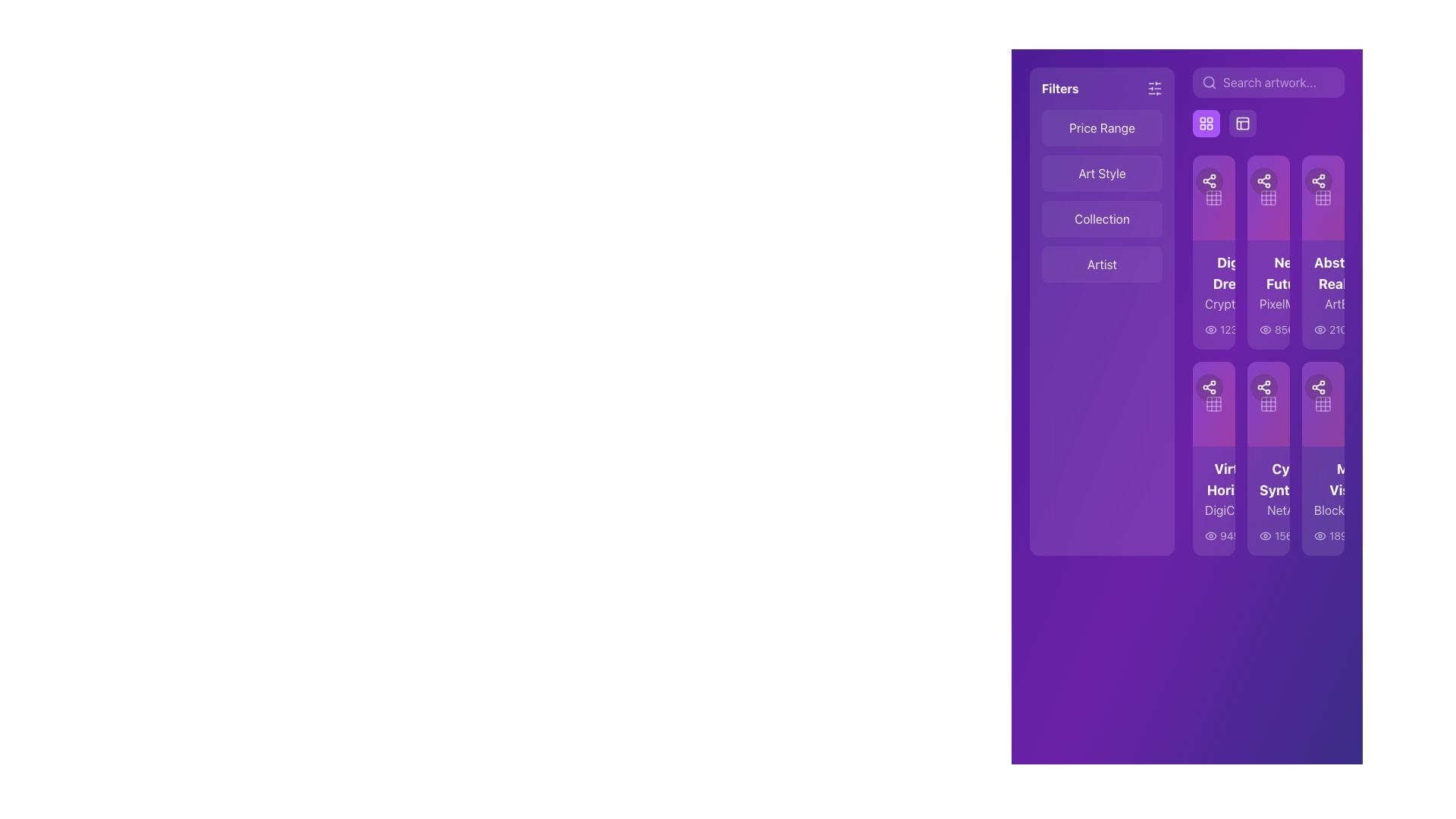  What do you see at coordinates (1214, 500) in the screenshot?
I see `the Information Card with a purple background that features the title 'Virtual Horizons', subtitle 'DigiCreator', and numerical information '94578' with an eye-shaped icon, located at the bottom-left corner of the grid layout` at bounding box center [1214, 500].